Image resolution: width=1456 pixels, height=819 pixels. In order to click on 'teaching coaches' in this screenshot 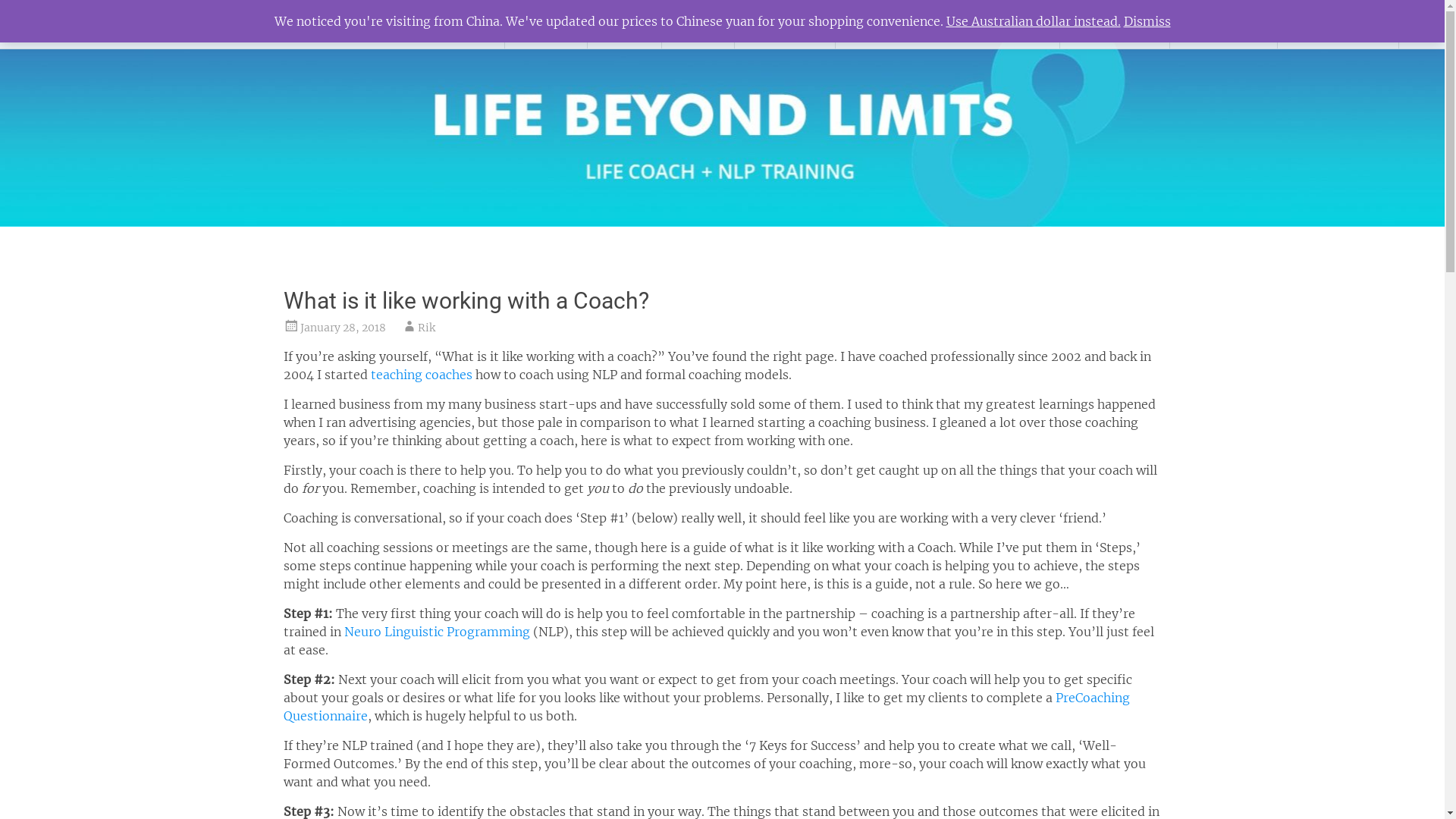, I will do `click(370, 374)`.